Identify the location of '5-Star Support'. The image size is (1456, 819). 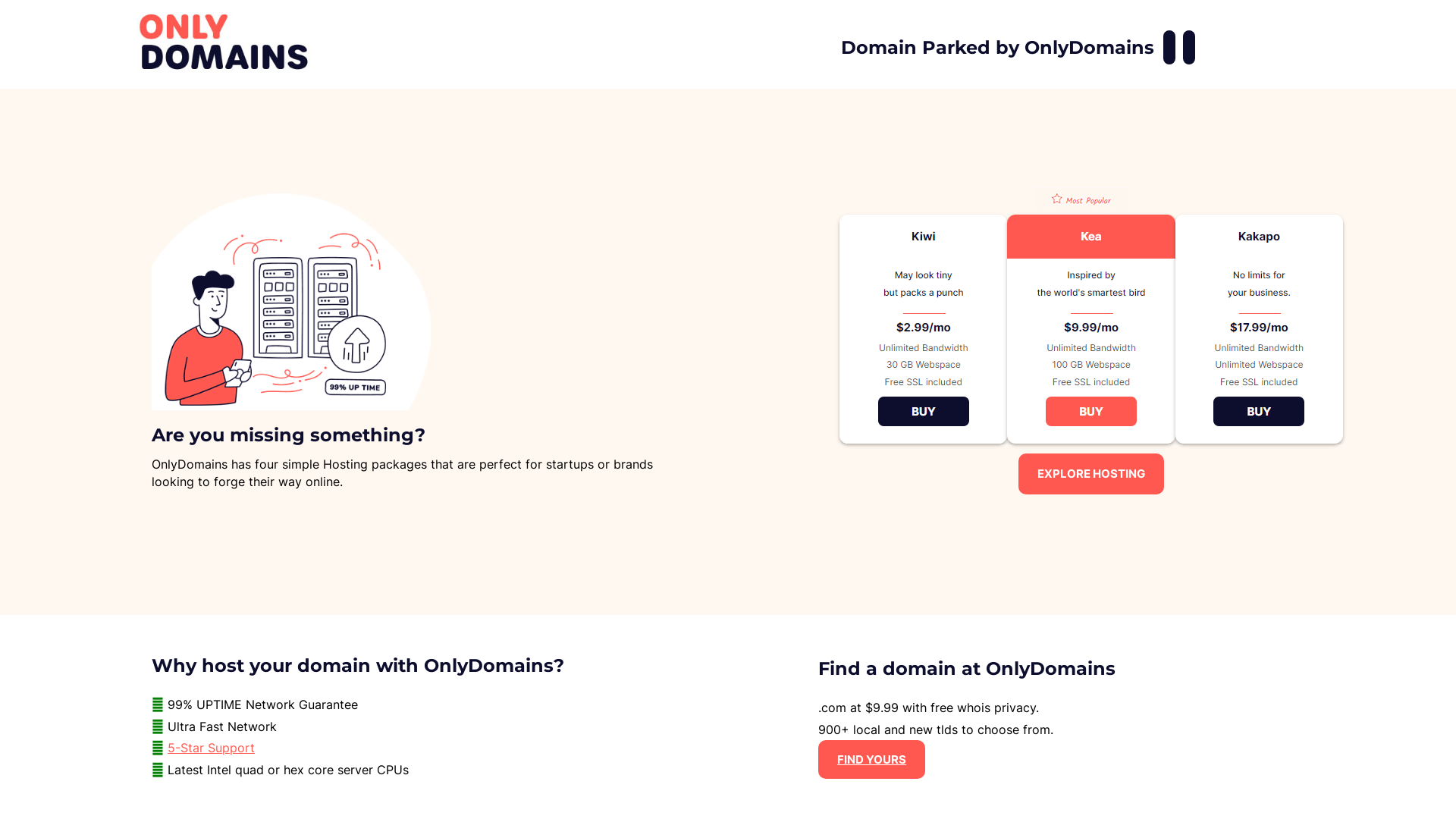
(210, 747).